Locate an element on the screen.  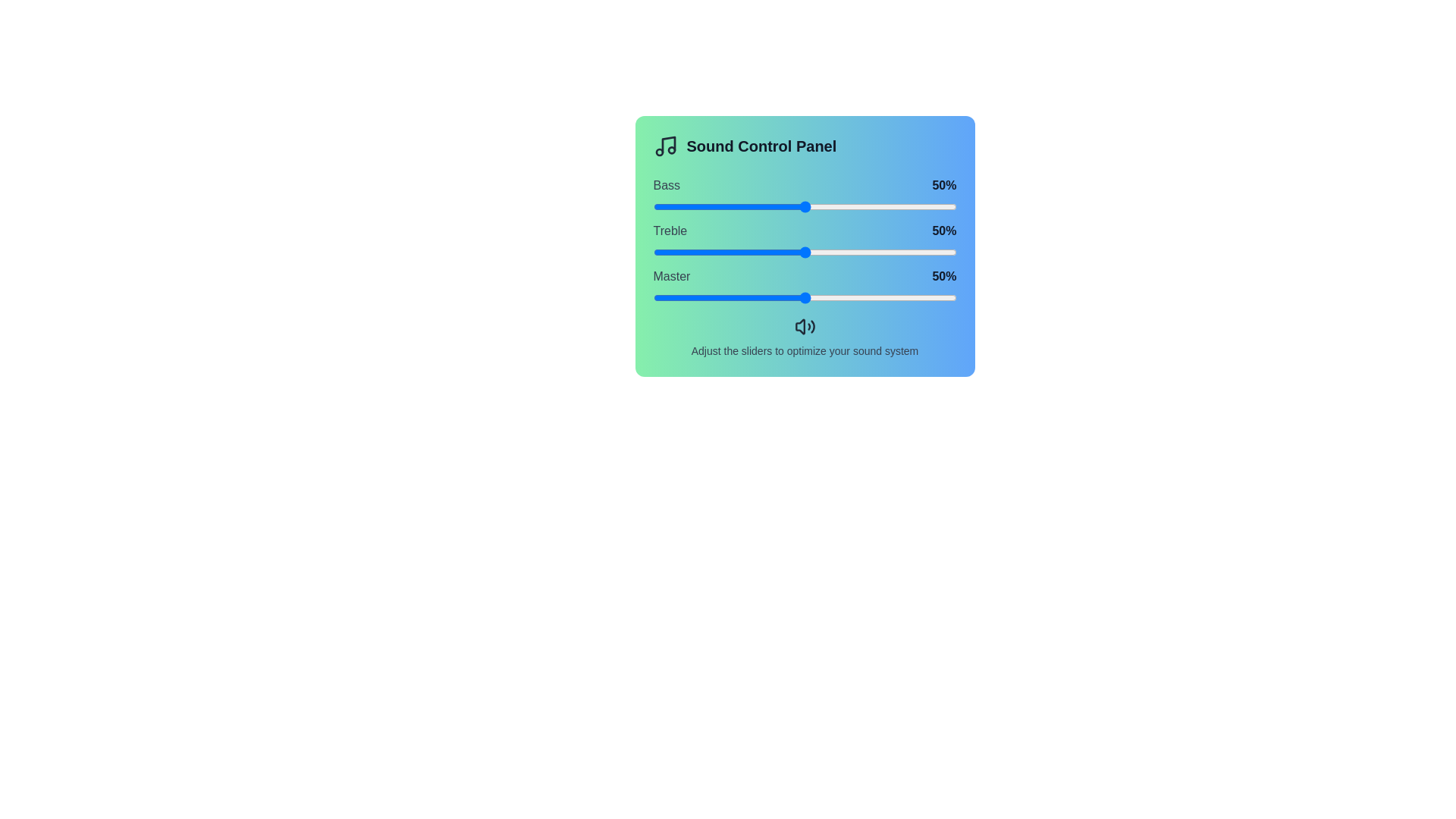
the instruction text below the sliders is located at coordinates (804, 336).